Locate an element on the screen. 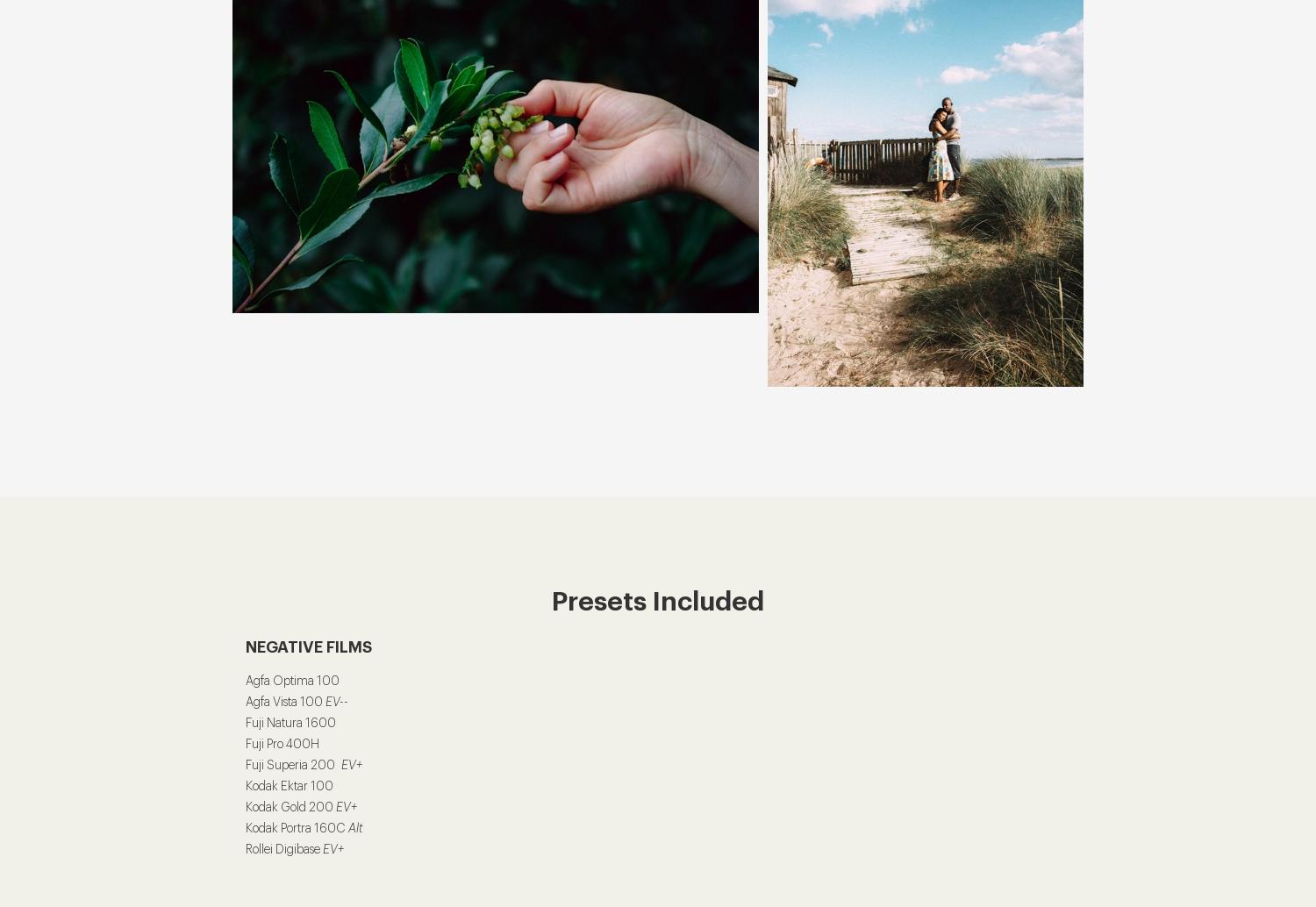 This screenshot has width=1316, height=907. 'Original photo by' is located at coordinates (925, 180).